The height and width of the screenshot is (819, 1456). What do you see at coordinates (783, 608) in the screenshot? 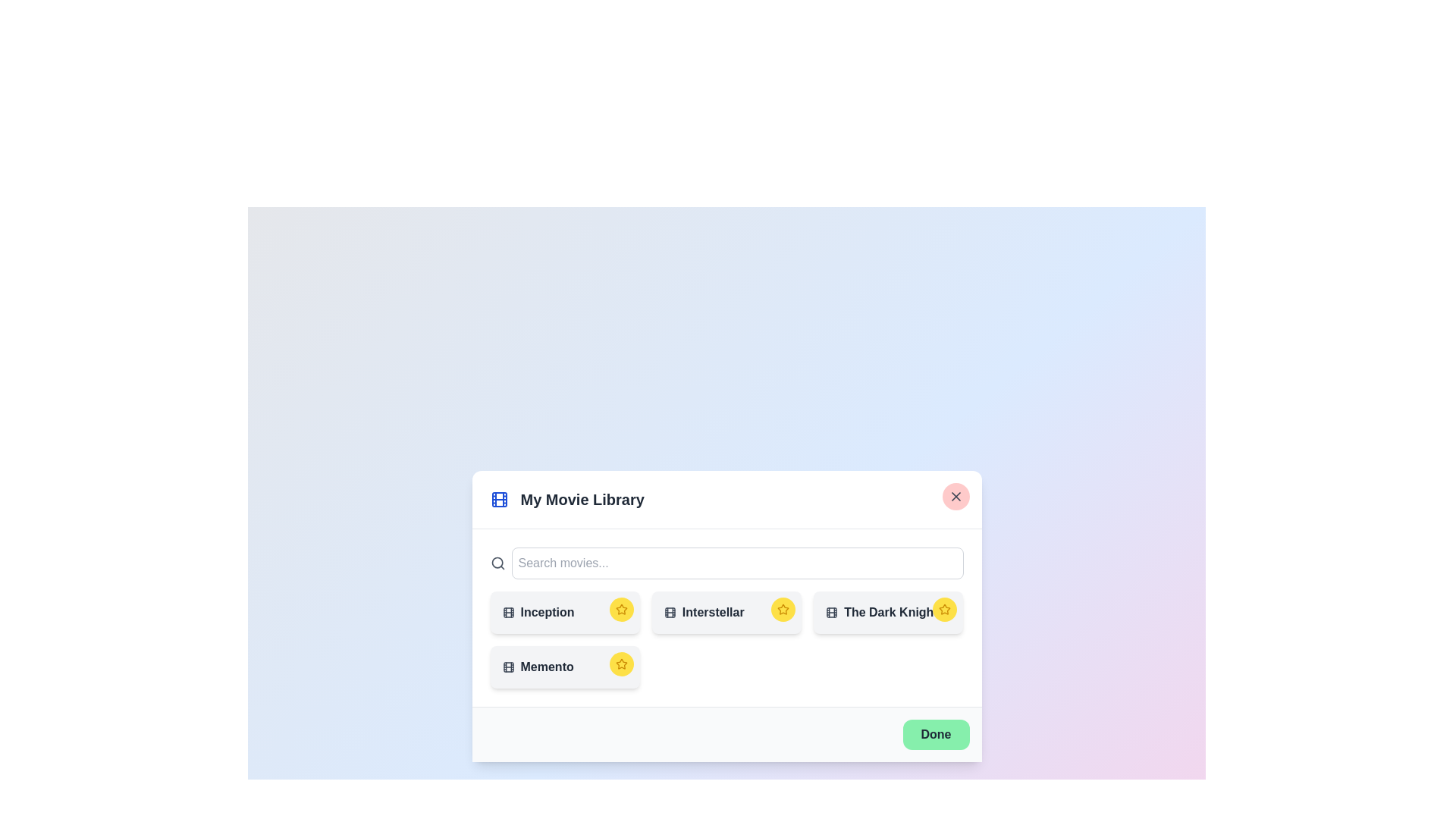
I see `the favorite marker button located in the upper-right corner of the 'Interstellar' card` at bounding box center [783, 608].